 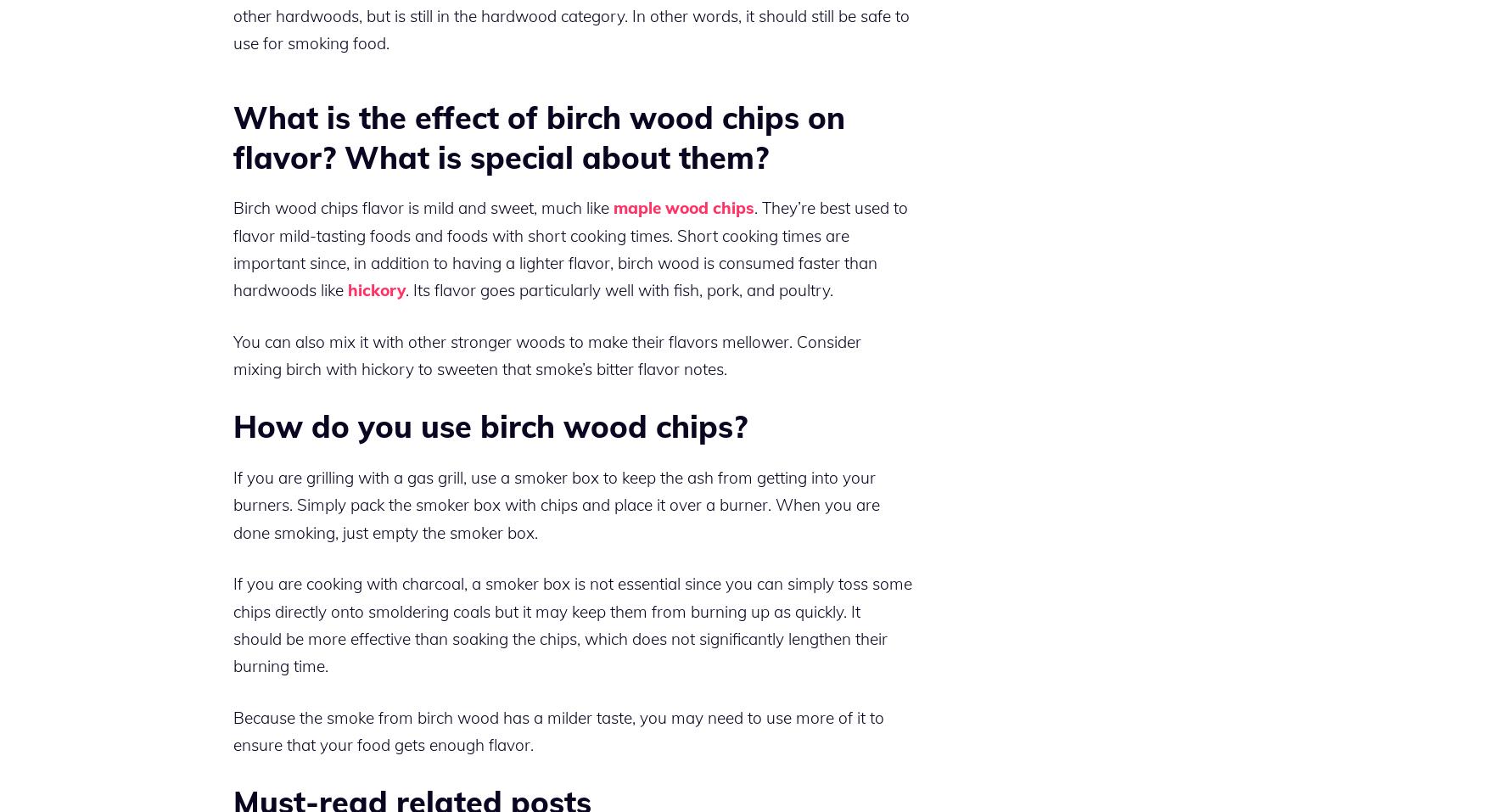 What do you see at coordinates (490, 426) in the screenshot?
I see `'How do you use birch wood chips?'` at bounding box center [490, 426].